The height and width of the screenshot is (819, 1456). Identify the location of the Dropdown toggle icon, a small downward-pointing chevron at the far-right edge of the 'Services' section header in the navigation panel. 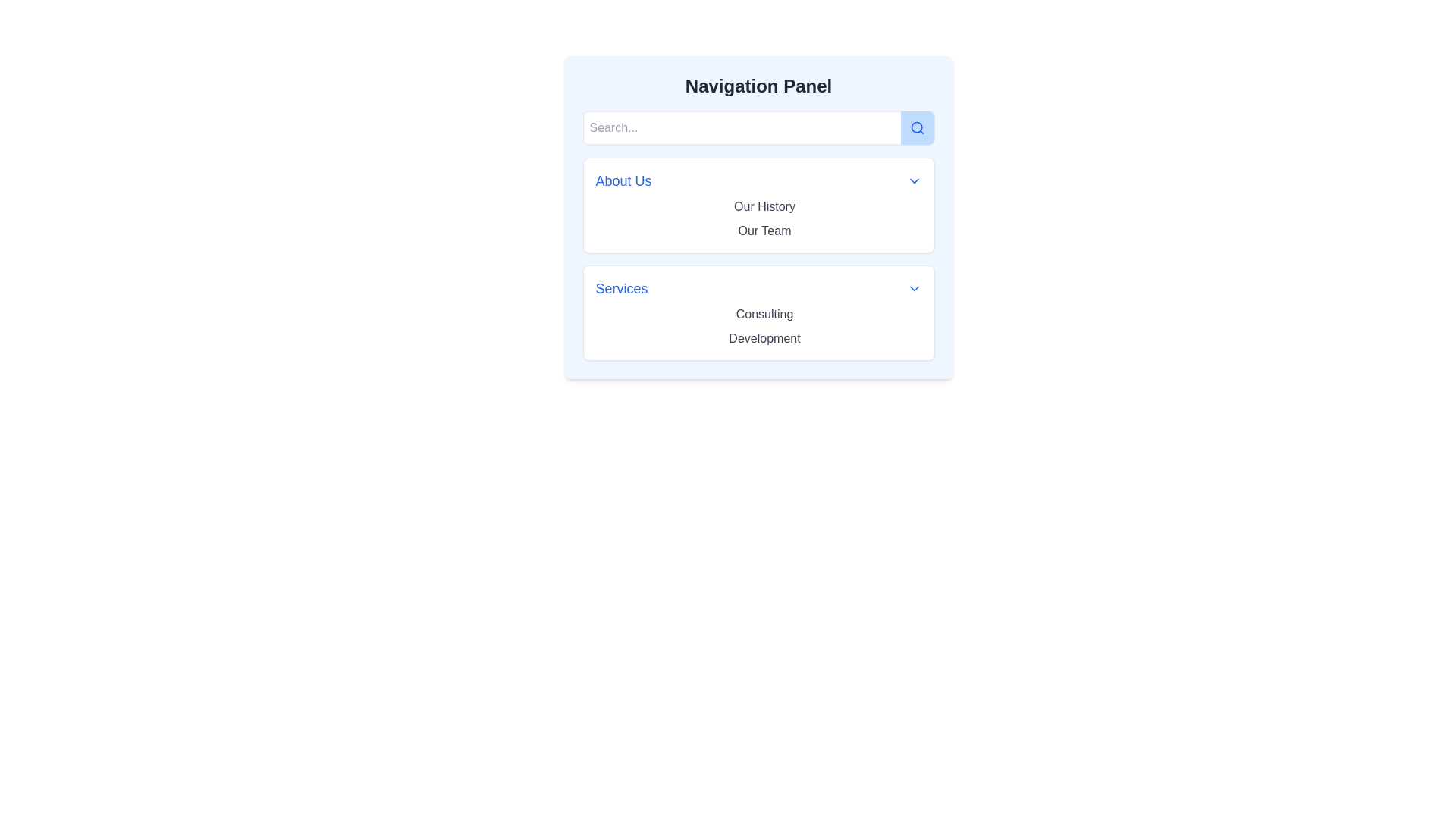
(913, 289).